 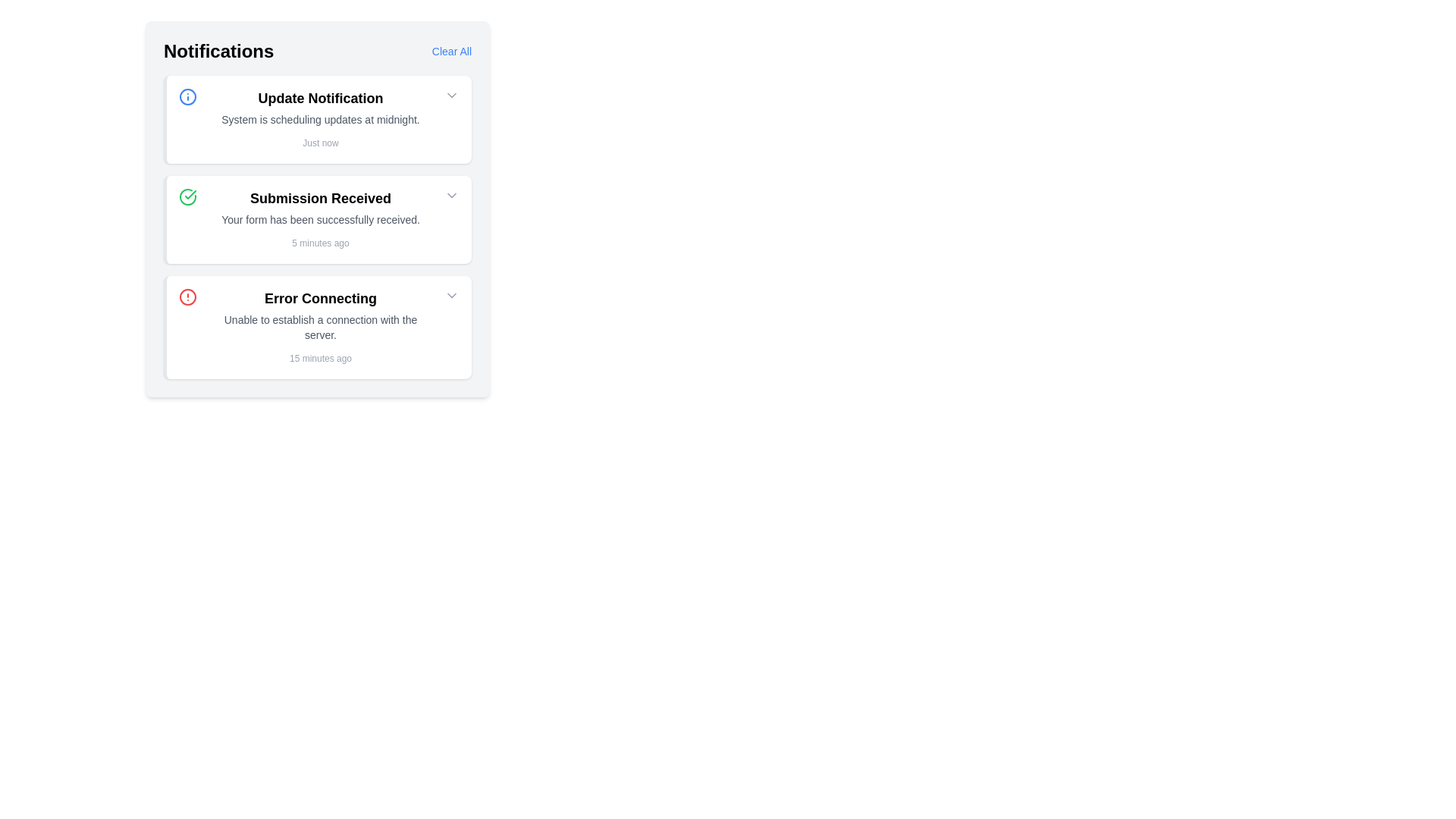 I want to click on the confirmation message Text label displayed below 'Submission Received' in the notification card, so click(x=319, y=219).